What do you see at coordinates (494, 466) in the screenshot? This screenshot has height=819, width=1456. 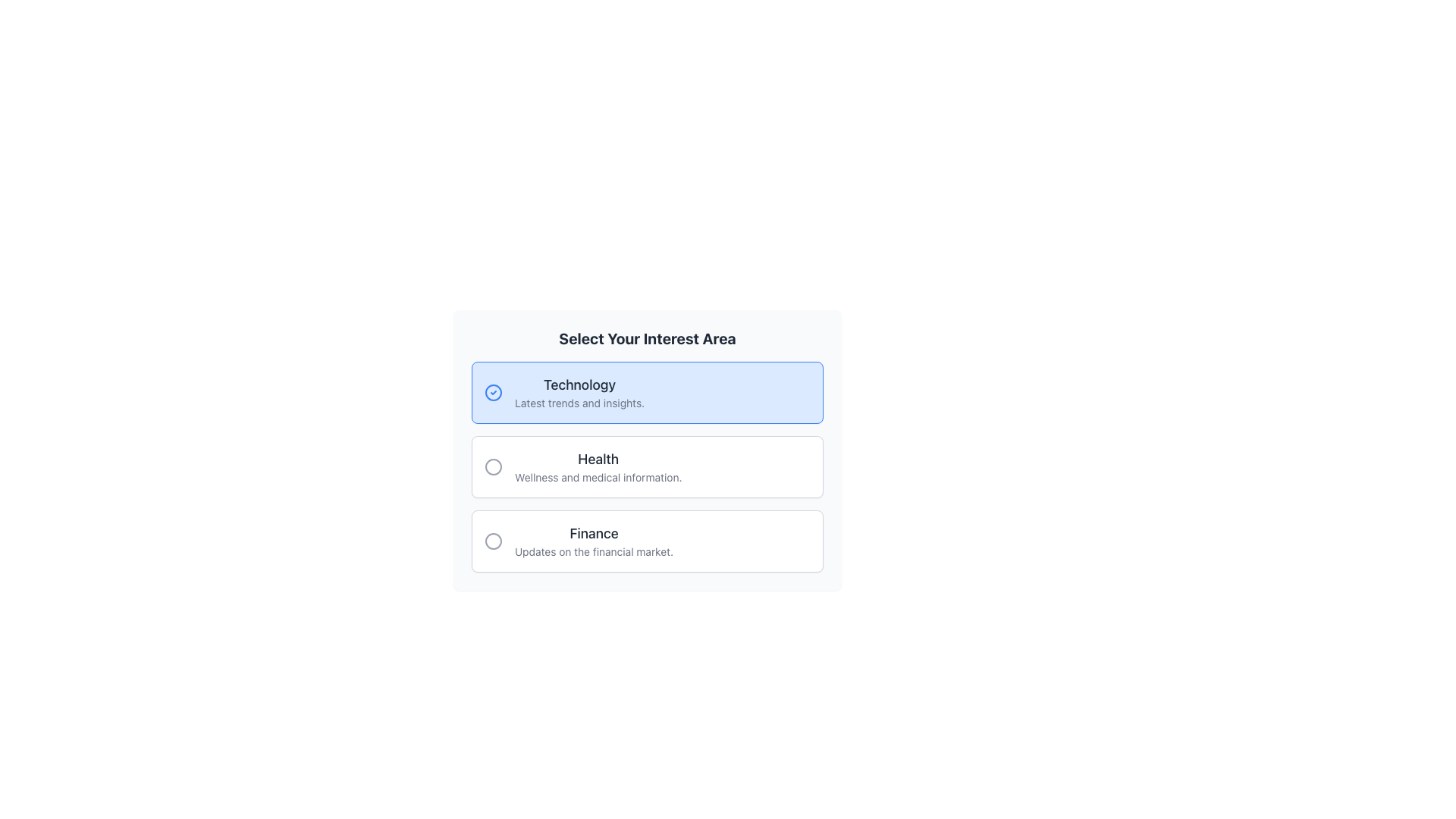 I see `the selectable circular option indicator located to the left of the 'Health' text` at bounding box center [494, 466].